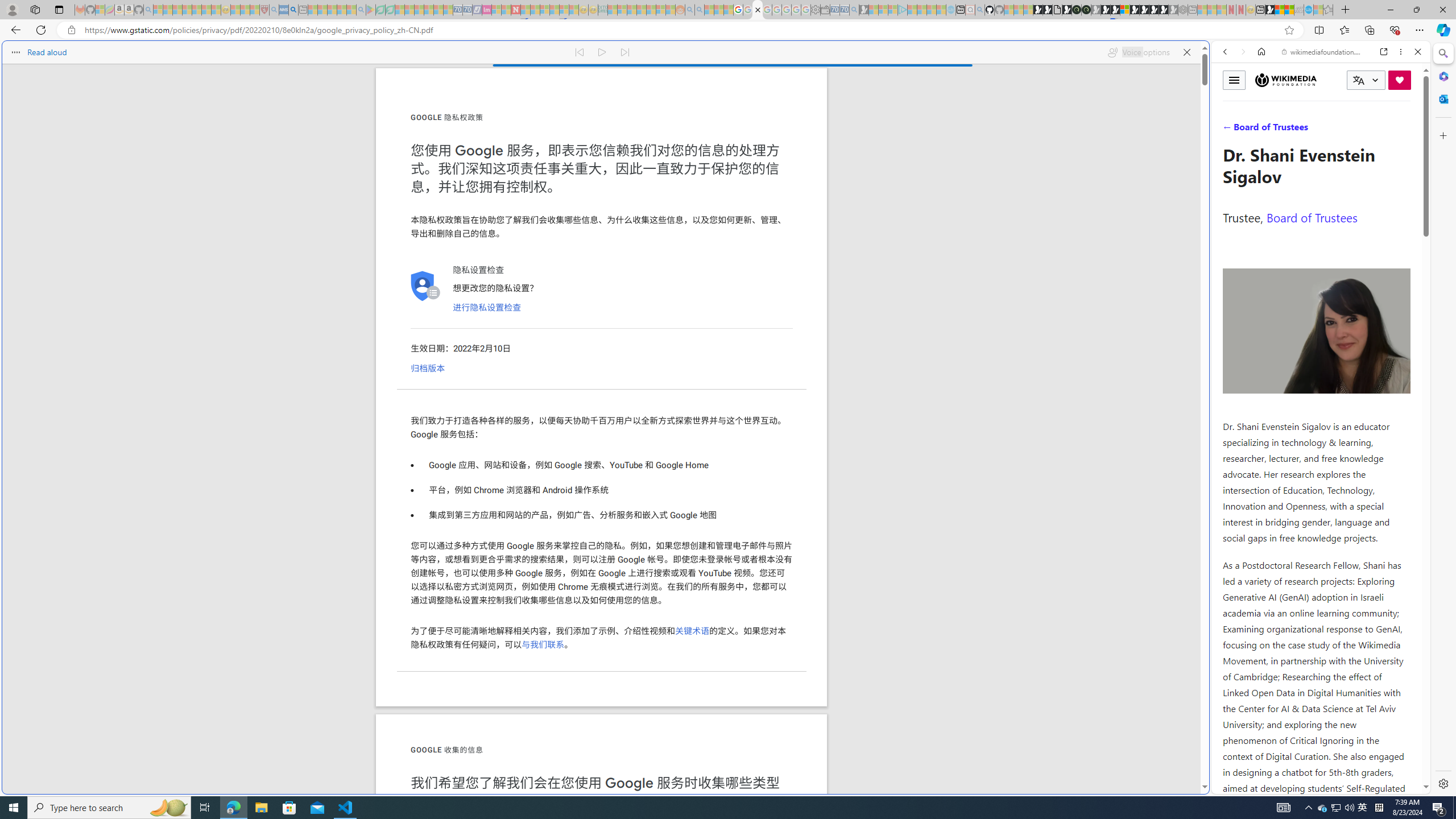 The width and height of the screenshot is (1456, 819). What do you see at coordinates (1285, 80) in the screenshot?
I see `'Wikimedia Foundation'` at bounding box center [1285, 80].